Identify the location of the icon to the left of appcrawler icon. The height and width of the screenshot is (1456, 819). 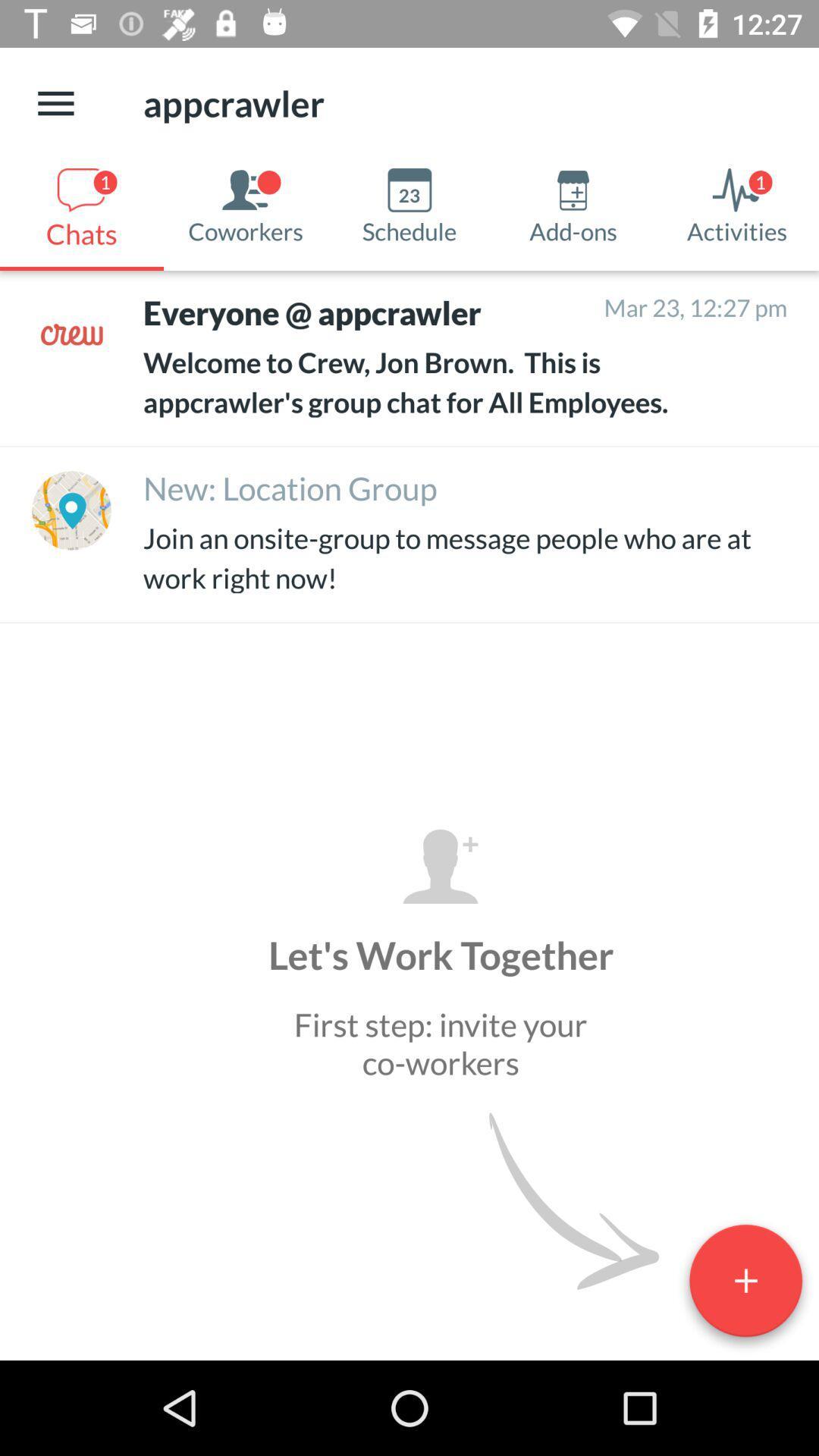
(55, 102).